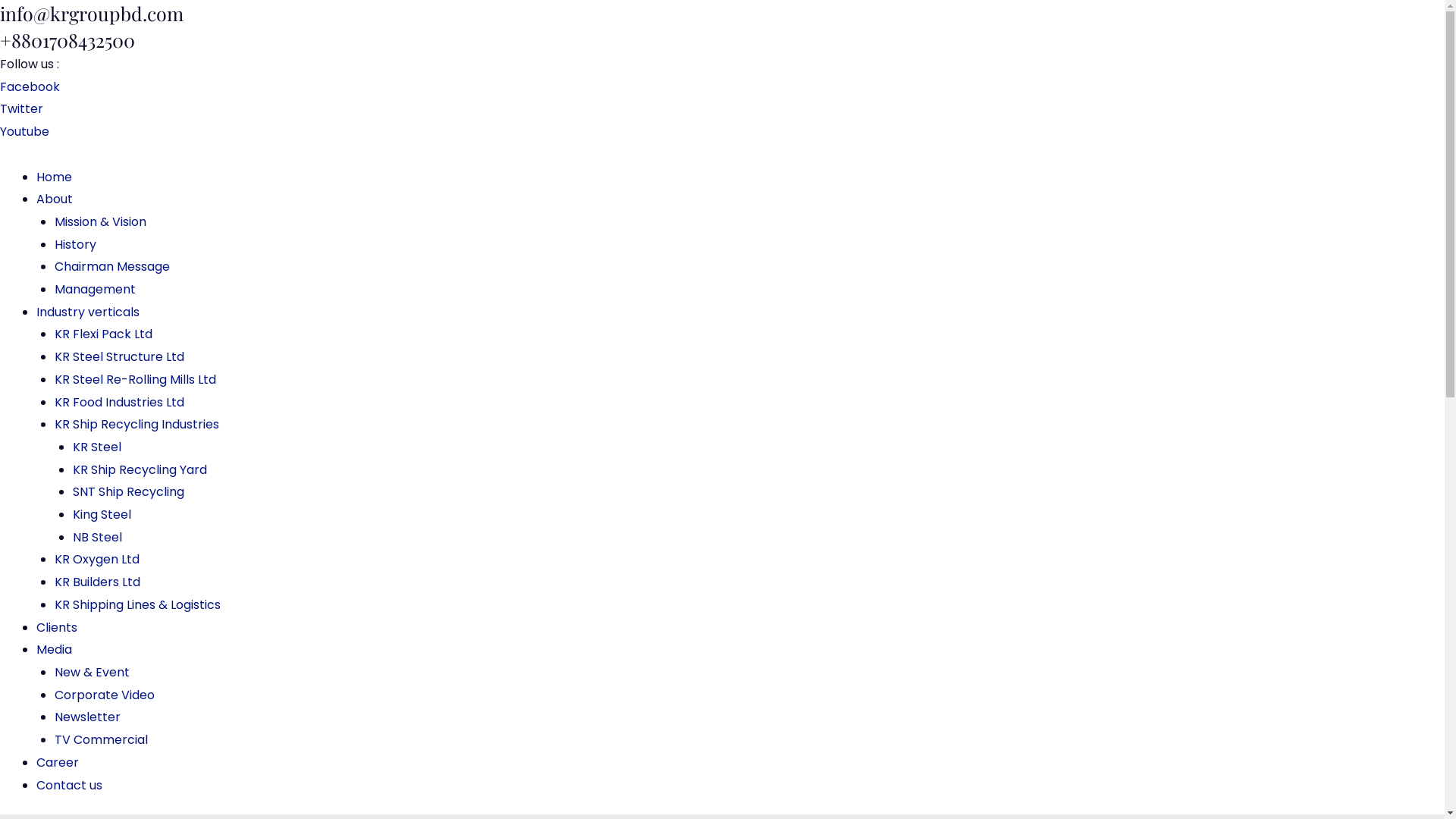 Image resolution: width=1456 pixels, height=819 pixels. What do you see at coordinates (57, 627) in the screenshot?
I see `'Clients'` at bounding box center [57, 627].